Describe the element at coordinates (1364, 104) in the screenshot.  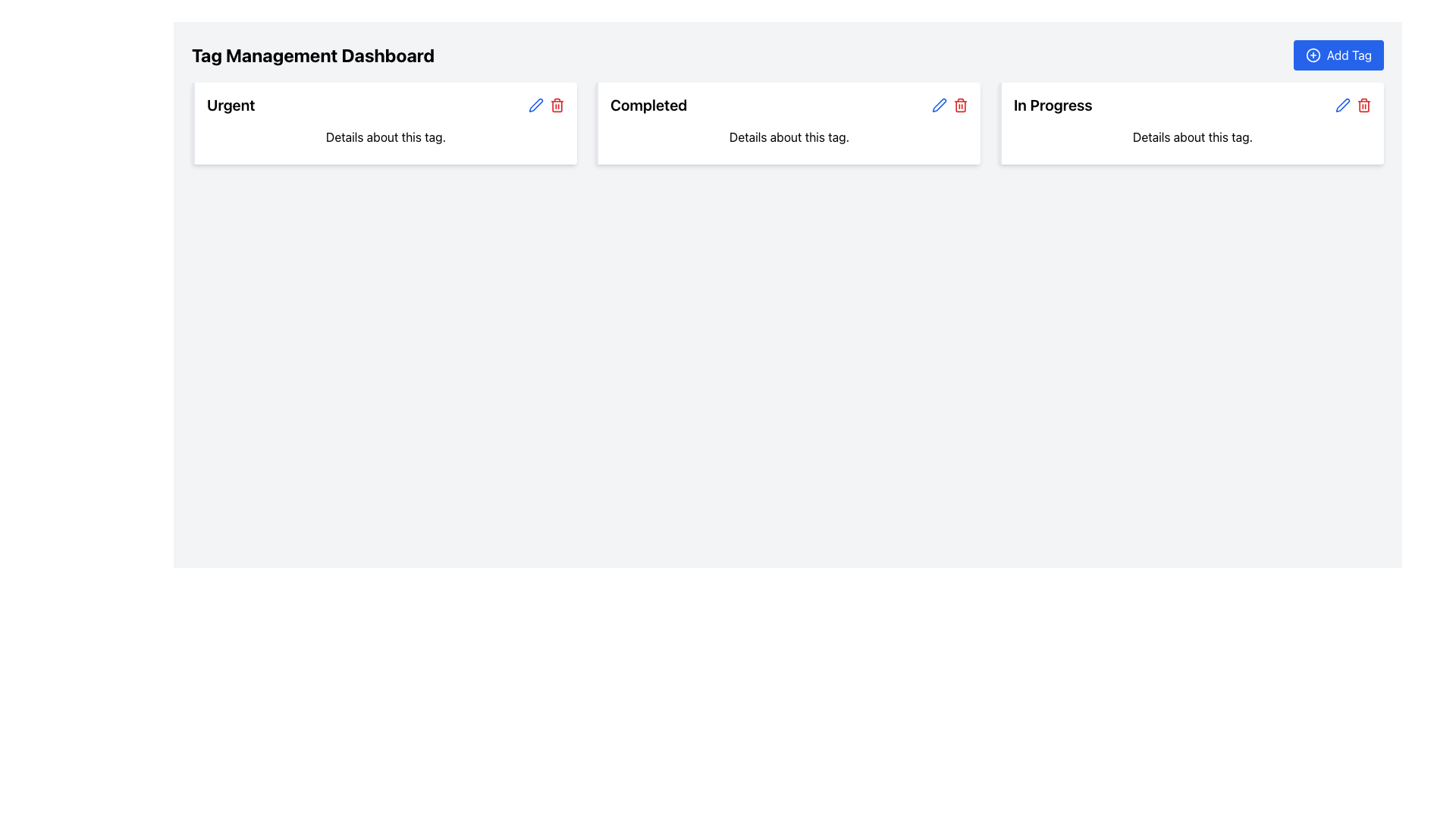
I see `the delete button icon located to the right of the blue pencil icon in the 'In Progress' card` at that location.